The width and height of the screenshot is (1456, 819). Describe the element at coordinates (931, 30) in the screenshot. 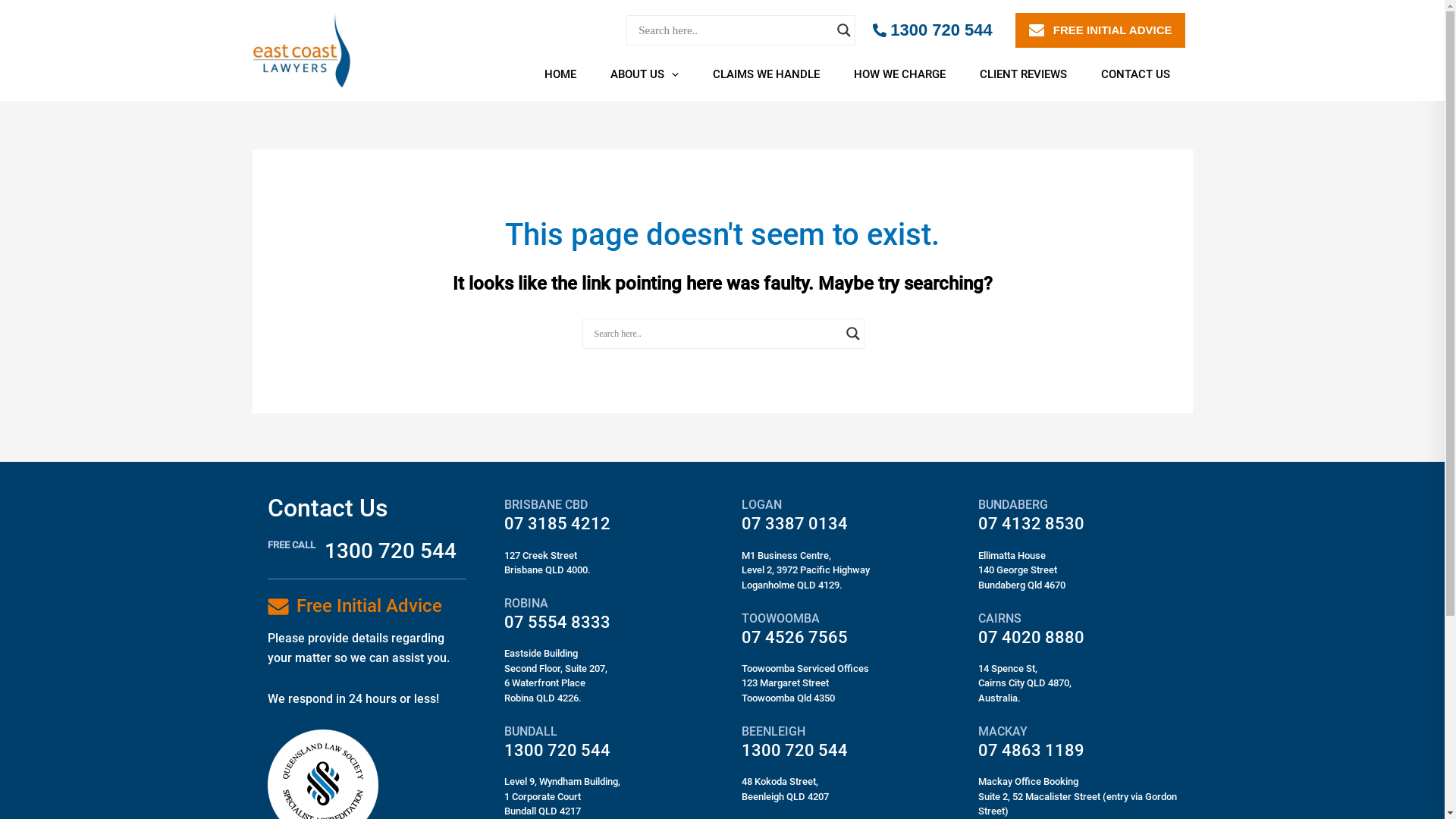

I see `'1300 720 544'` at that location.